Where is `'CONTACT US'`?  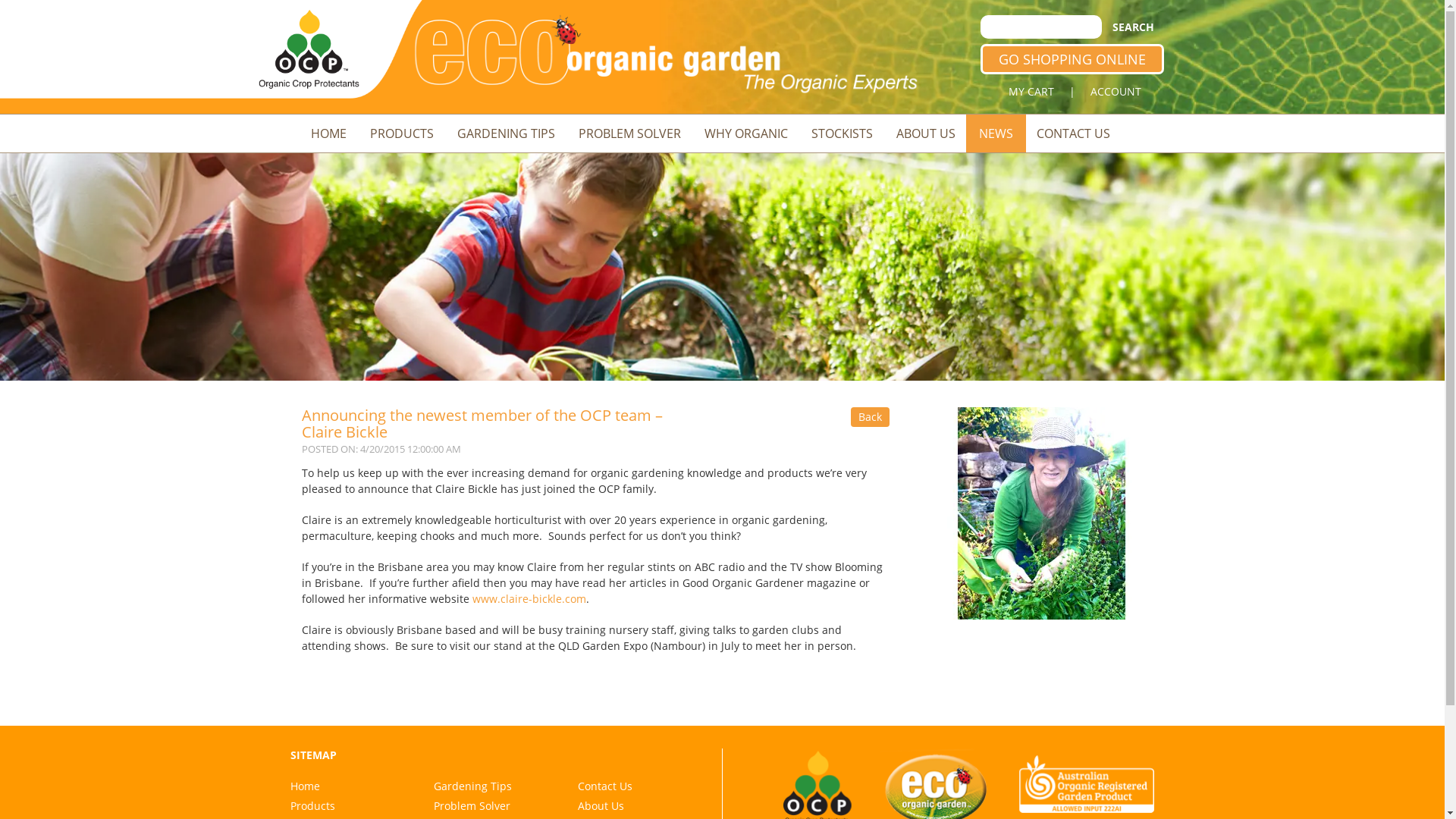
'CONTACT US' is located at coordinates (1072, 133).